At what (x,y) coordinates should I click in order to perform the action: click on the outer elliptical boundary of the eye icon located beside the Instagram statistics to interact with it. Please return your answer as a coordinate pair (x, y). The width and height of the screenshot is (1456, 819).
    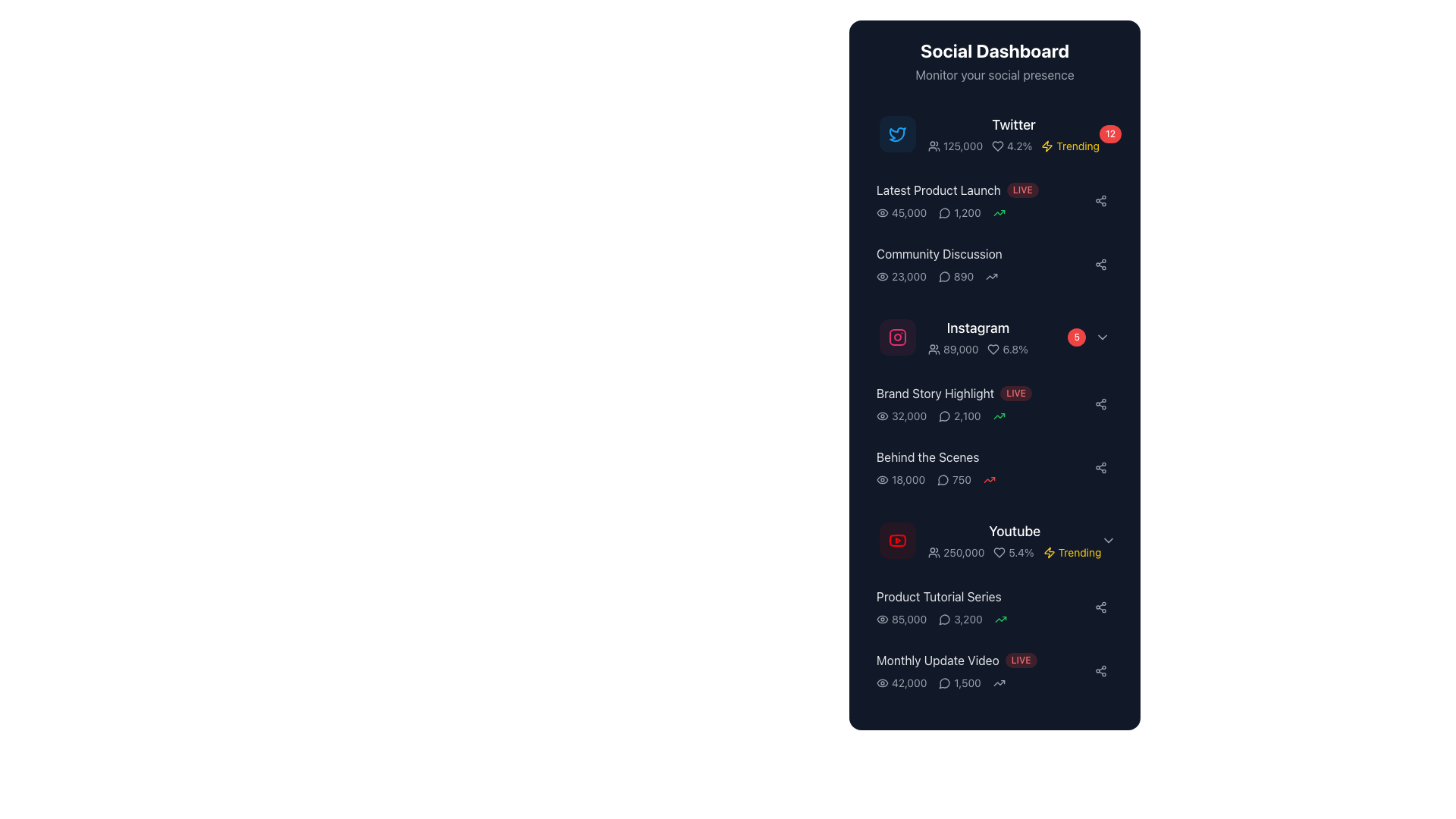
    Looking at the image, I should click on (882, 620).